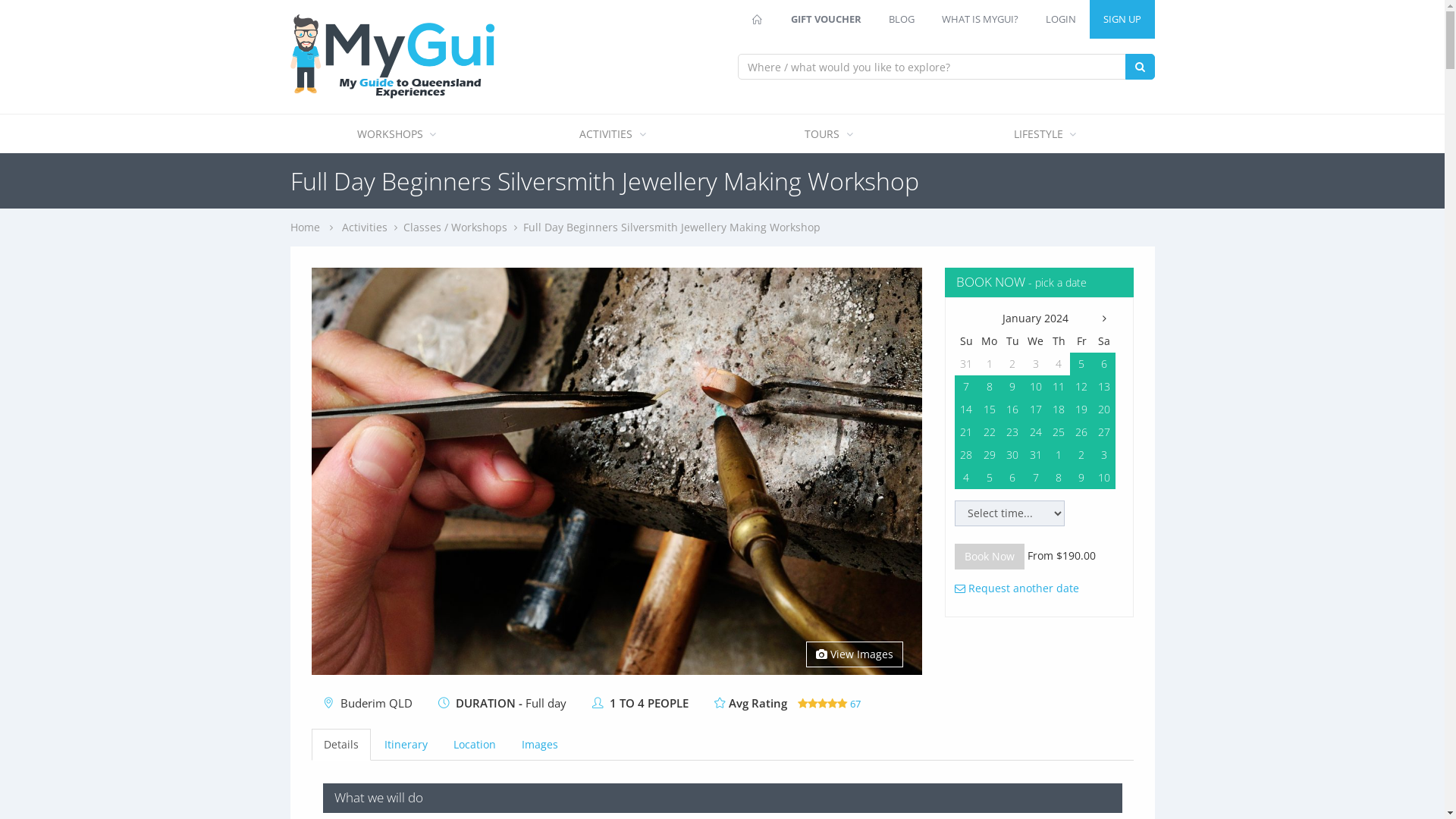 This screenshot has width=1456, height=819. Describe the element at coordinates (855, 654) in the screenshot. I see `'View Images'` at that location.